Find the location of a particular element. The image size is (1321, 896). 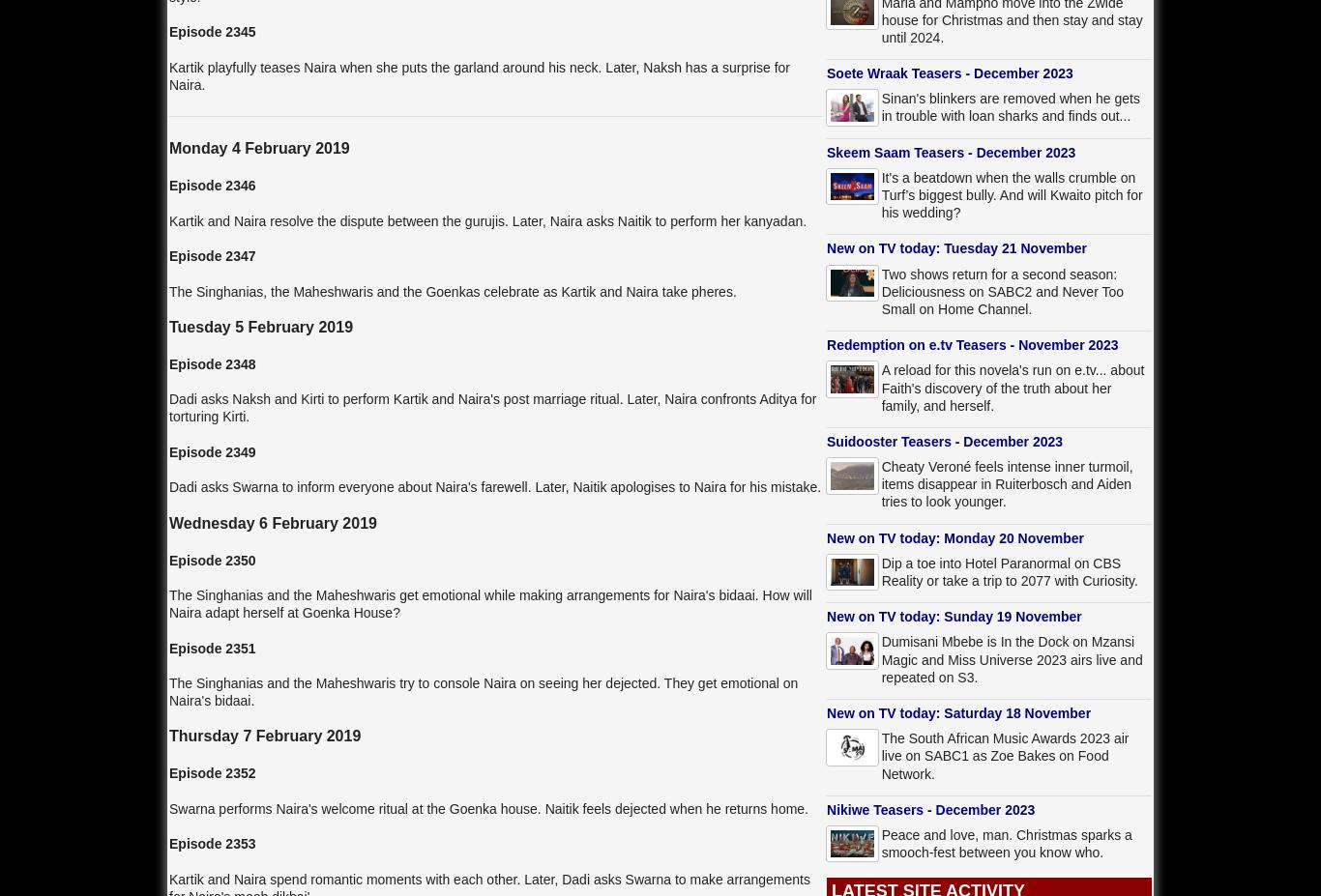

'Two shows return for a second season: Deliciousness on SABC2 and Never Too Small on Home Channel.' is located at coordinates (1001, 290).